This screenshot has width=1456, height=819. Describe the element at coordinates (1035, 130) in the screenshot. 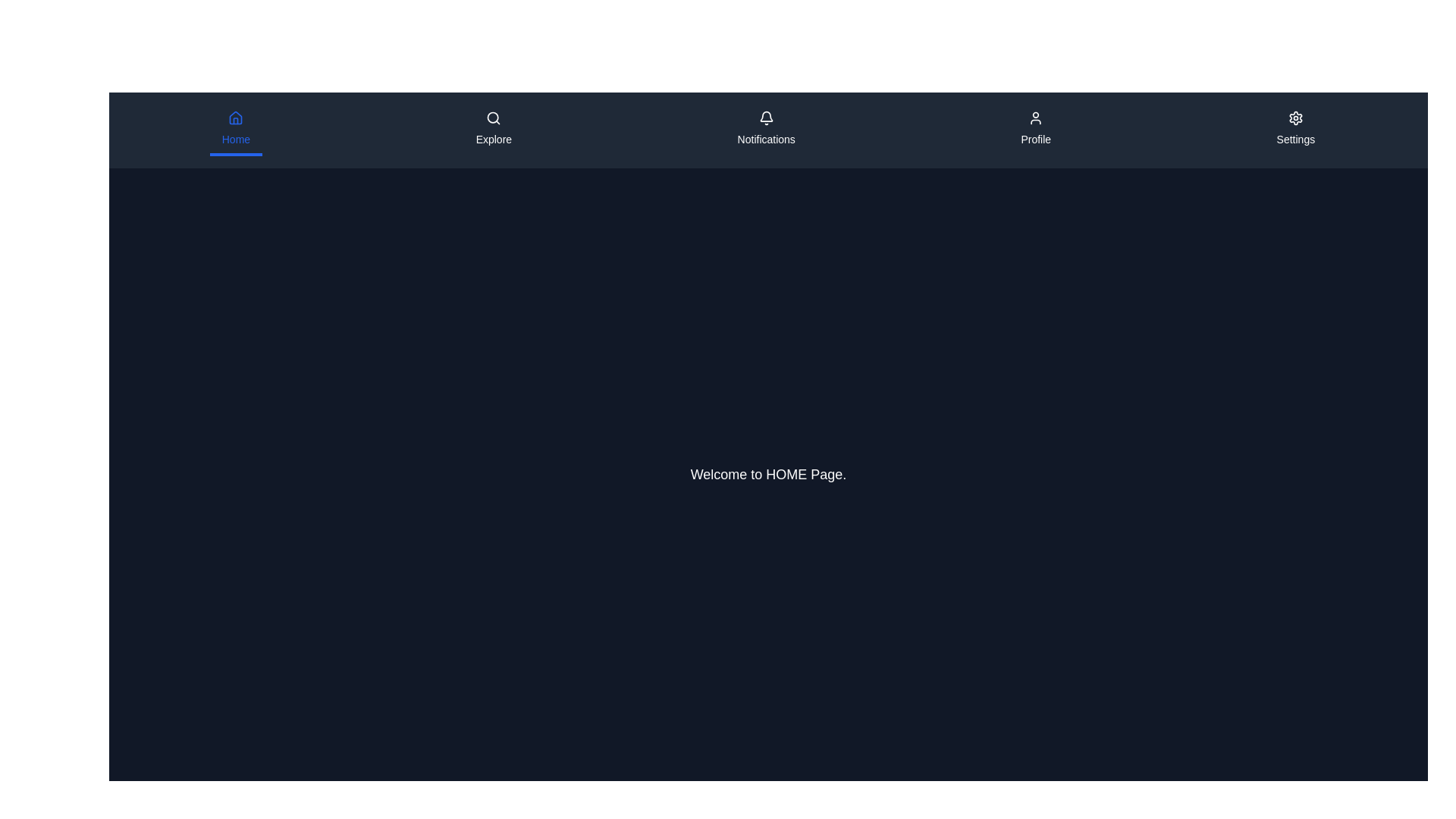

I see `the 'Profile' navigational tab located in the fourth position of the horizontal navigation bar` at that location.